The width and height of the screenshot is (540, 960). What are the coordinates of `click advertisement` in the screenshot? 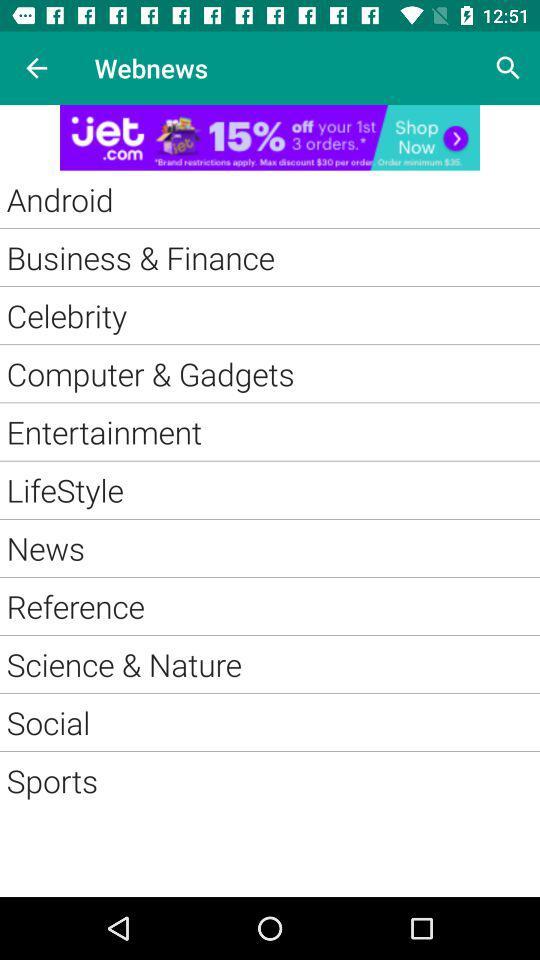 It's located at (270, 136).